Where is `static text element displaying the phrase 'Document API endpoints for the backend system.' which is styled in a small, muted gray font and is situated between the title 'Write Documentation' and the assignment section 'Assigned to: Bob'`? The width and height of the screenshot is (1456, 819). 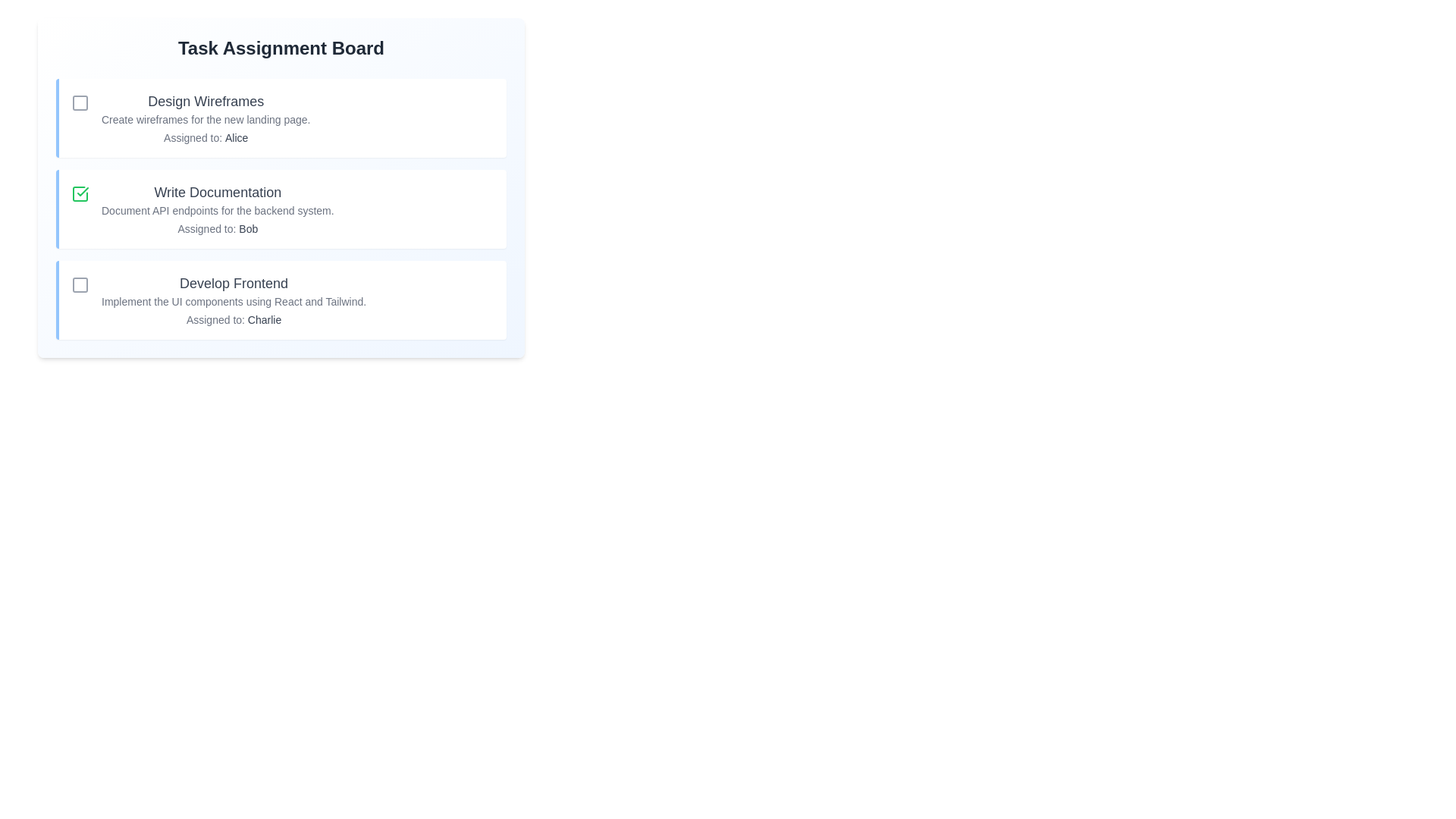
static text element displaying the phrase 'Document API endpoints for the backend system.' which is styled in a small, muted gray font and is situated between the title 'Write Documentation' and the assignment section 'Assigned to: Bob' is located at coordinates (217, 210).